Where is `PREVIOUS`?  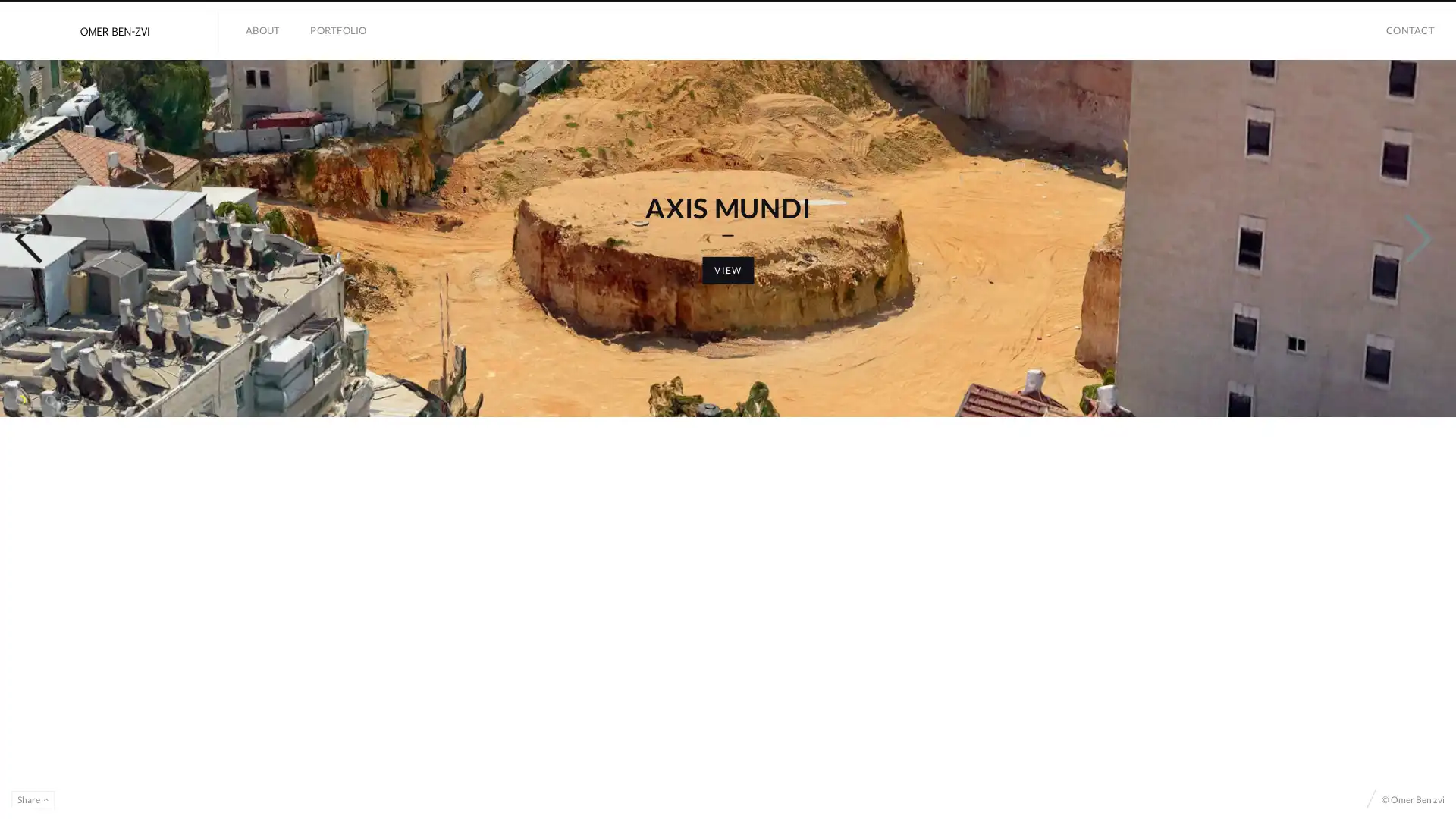 PREVIOUS is located at coordinates (45, 420).